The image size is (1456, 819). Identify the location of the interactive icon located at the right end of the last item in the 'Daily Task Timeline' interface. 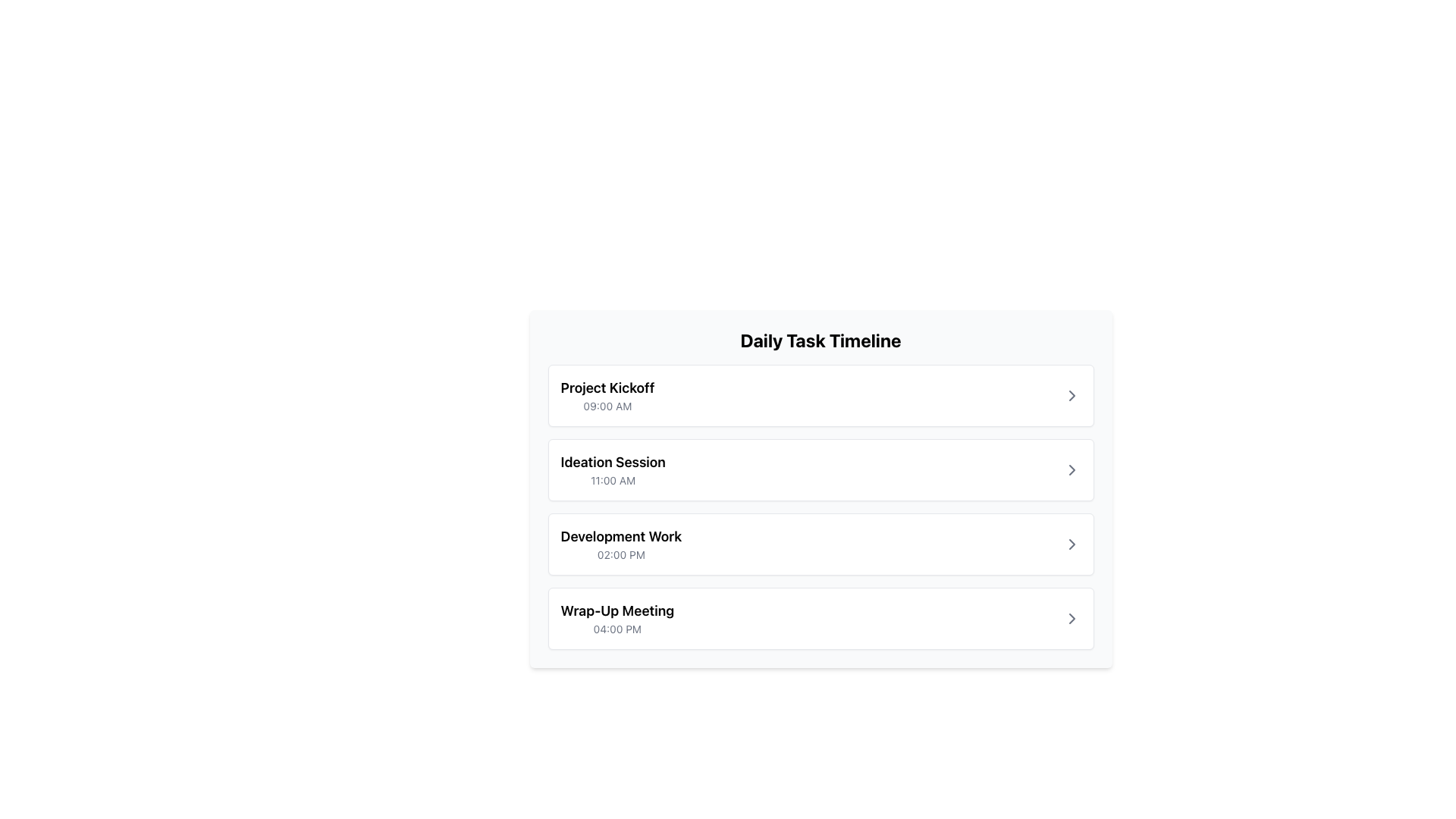
(1071, 619).